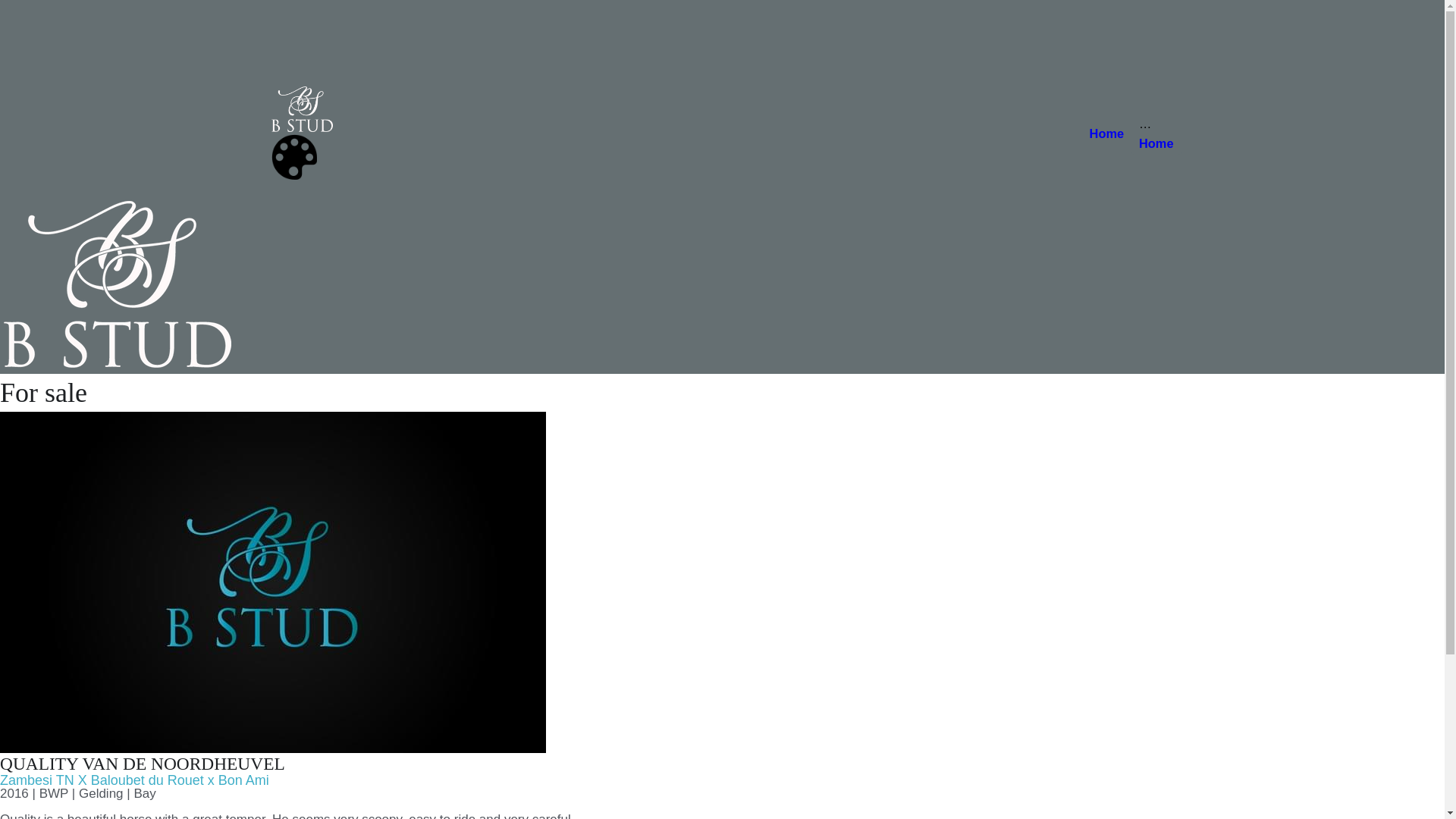 This screenshot has height=819, width=1456. I want to click on 'Home', so click(1088, 133).